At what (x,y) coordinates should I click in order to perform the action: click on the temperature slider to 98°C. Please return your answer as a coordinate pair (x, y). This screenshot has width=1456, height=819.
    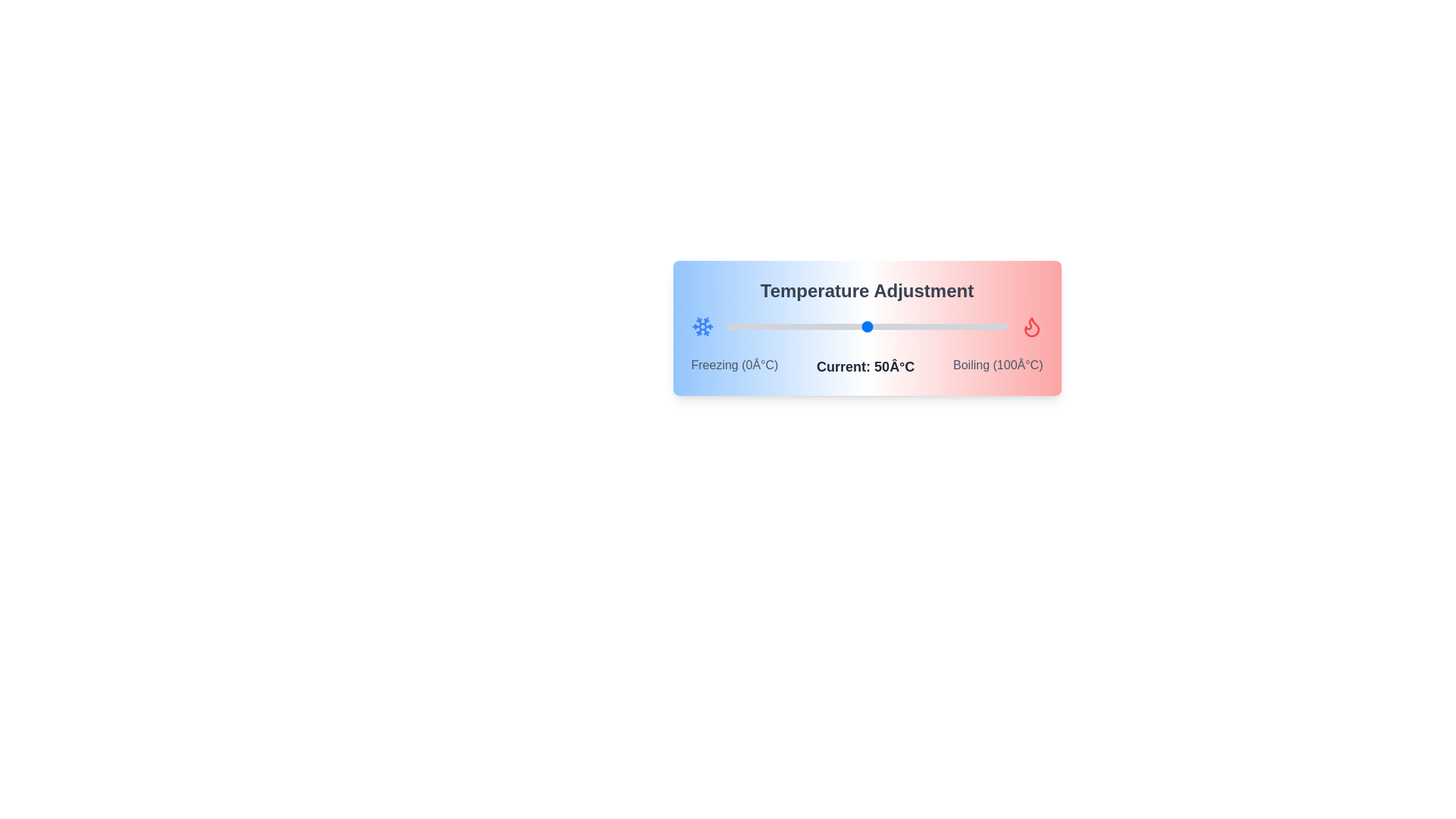
    Looking at the image, I should click on (1002, 326).